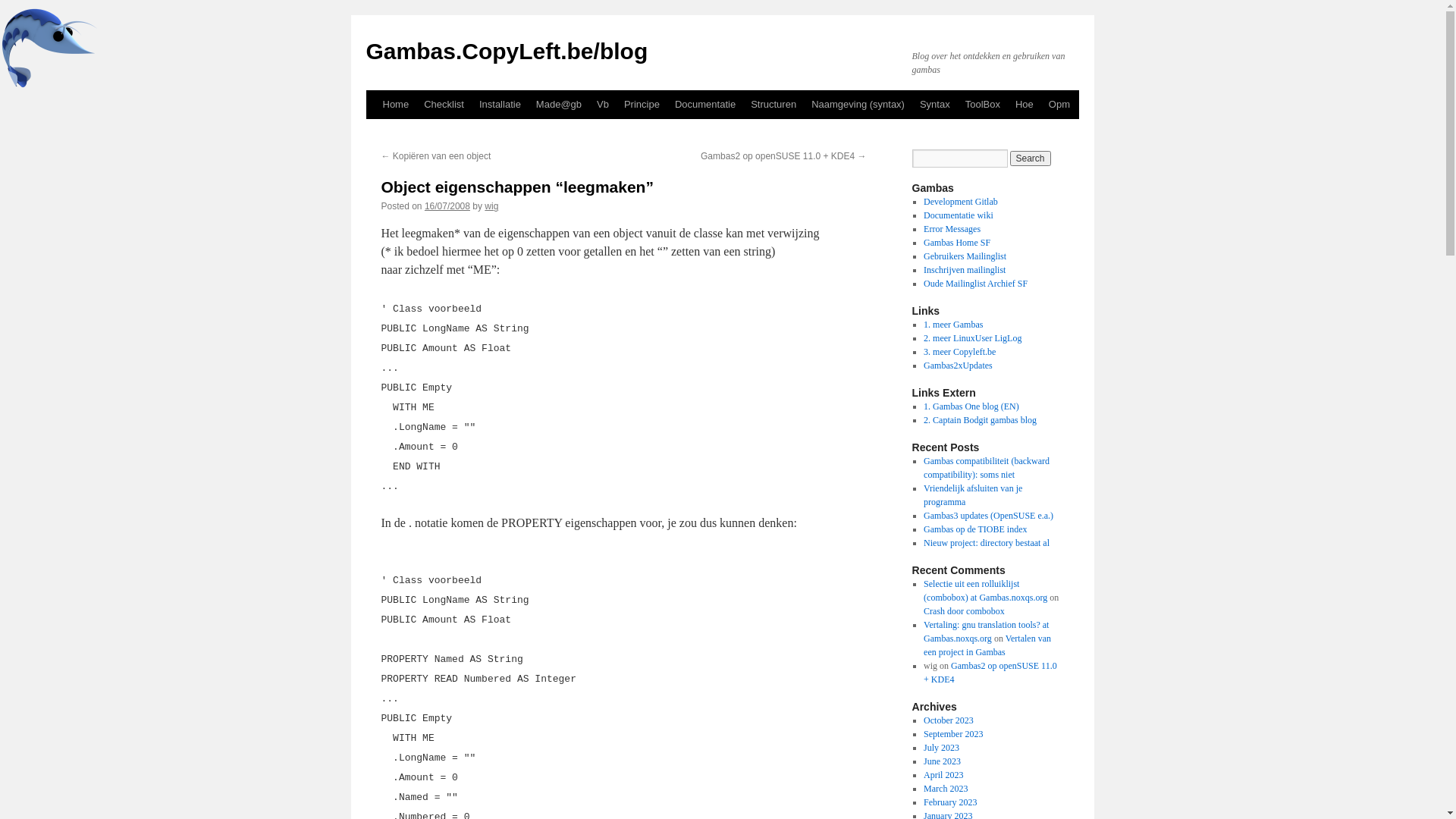 The height and width of the screenshot is (819, 1456). Describe the element at coordinates (951, 228) in the screenshot. I see `'Error Messages'` at that location.